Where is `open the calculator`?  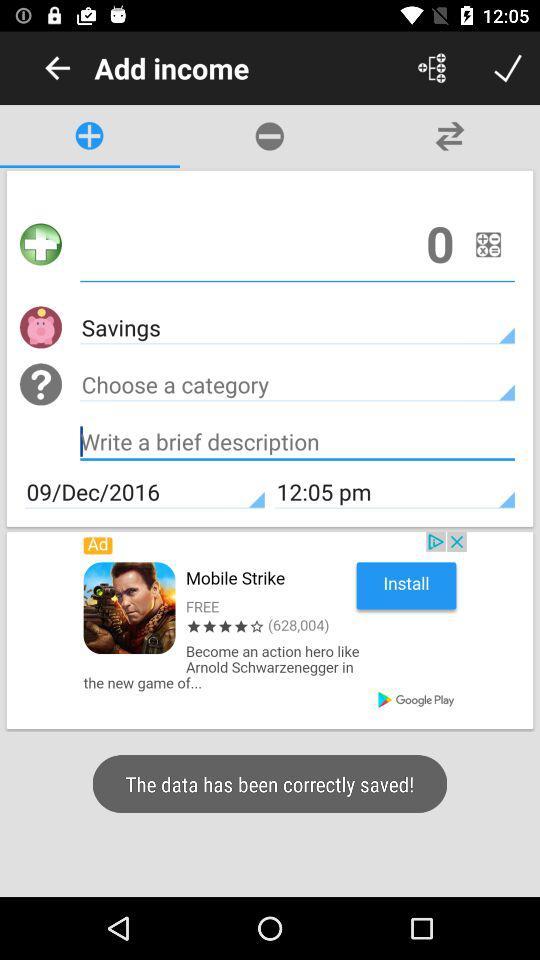 open the calculator is located at coordinates (487, 243).